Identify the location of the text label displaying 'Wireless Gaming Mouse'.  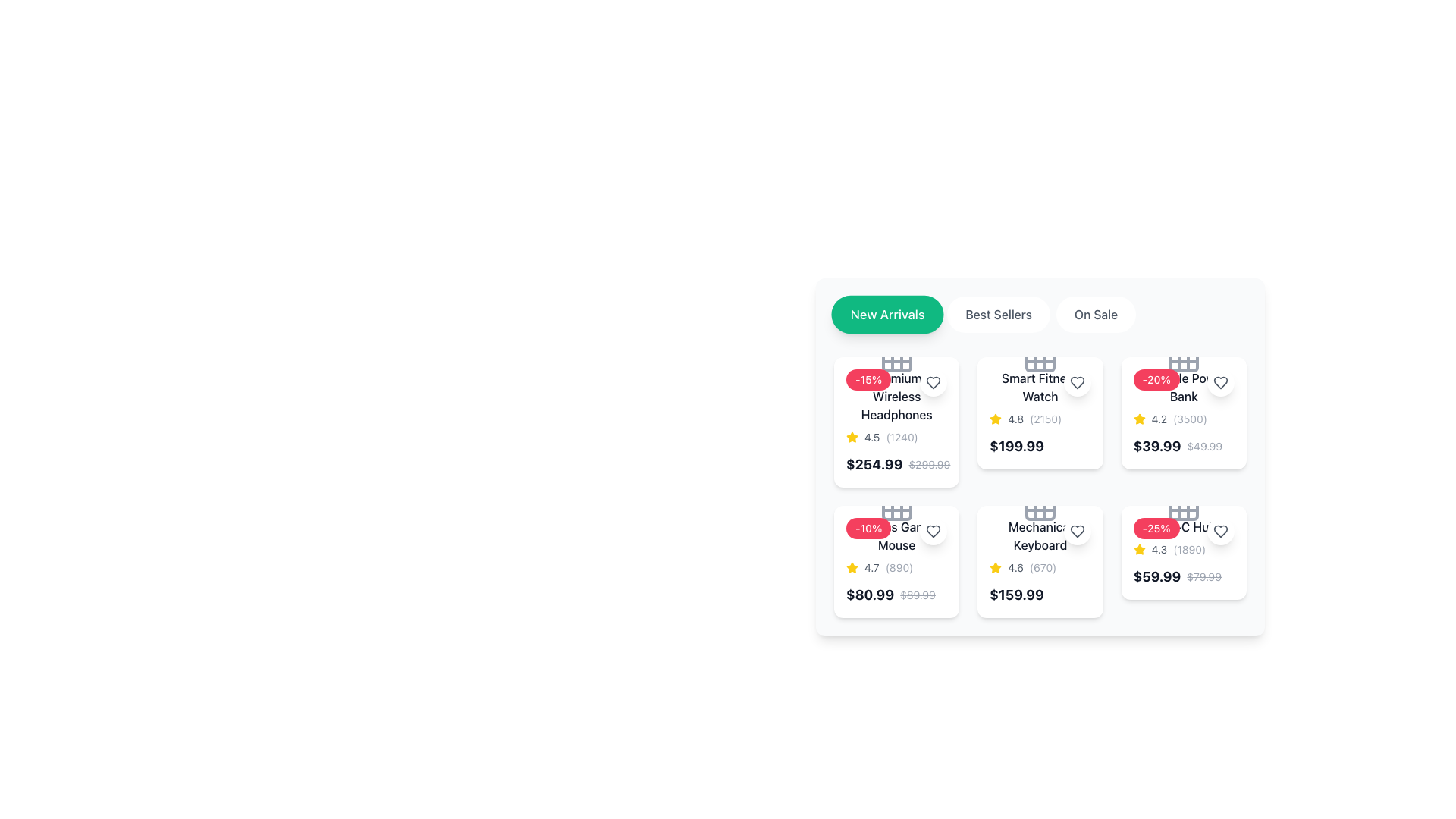
(896, 535).